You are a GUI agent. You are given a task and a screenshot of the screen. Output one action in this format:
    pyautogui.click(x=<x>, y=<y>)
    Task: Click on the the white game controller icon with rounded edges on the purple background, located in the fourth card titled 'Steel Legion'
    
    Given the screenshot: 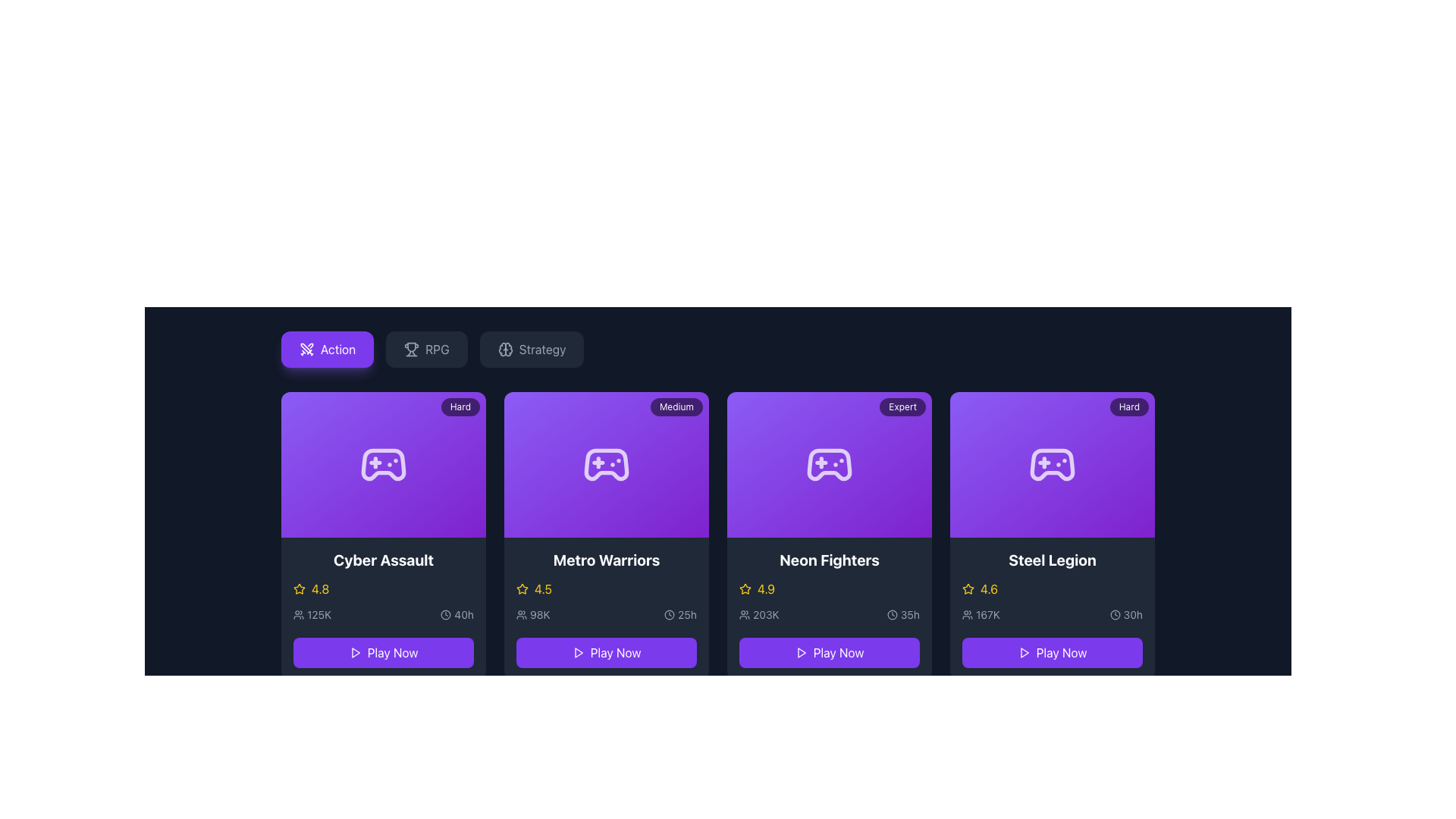 What is the action you would take?
    pyautogui.click(x=1051, y=464)
    